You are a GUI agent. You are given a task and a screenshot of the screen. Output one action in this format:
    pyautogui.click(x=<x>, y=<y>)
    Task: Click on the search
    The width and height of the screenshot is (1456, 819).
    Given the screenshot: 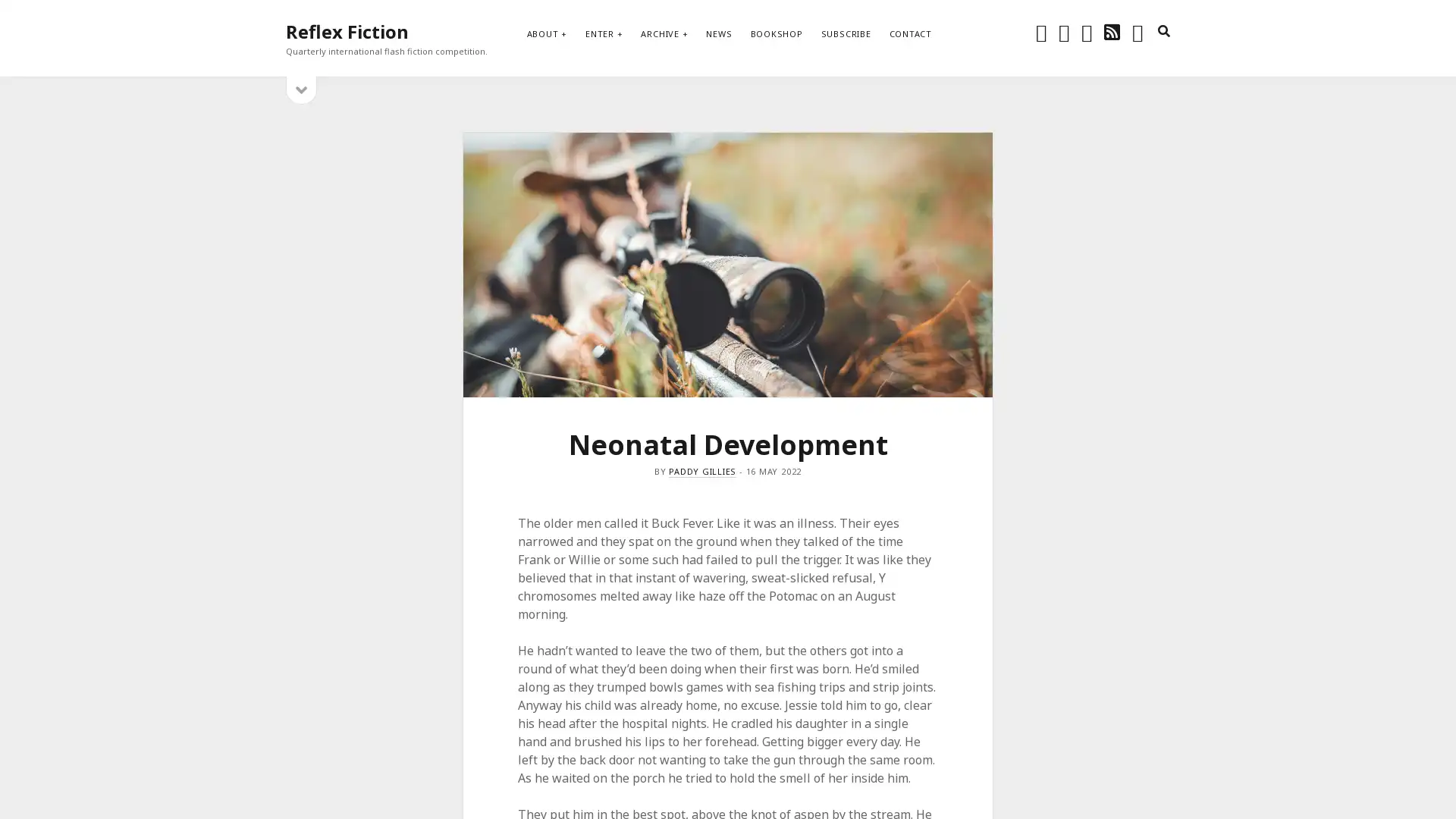 What is the action you would take?
    pyautogui.click(x=1163, y=32)
    